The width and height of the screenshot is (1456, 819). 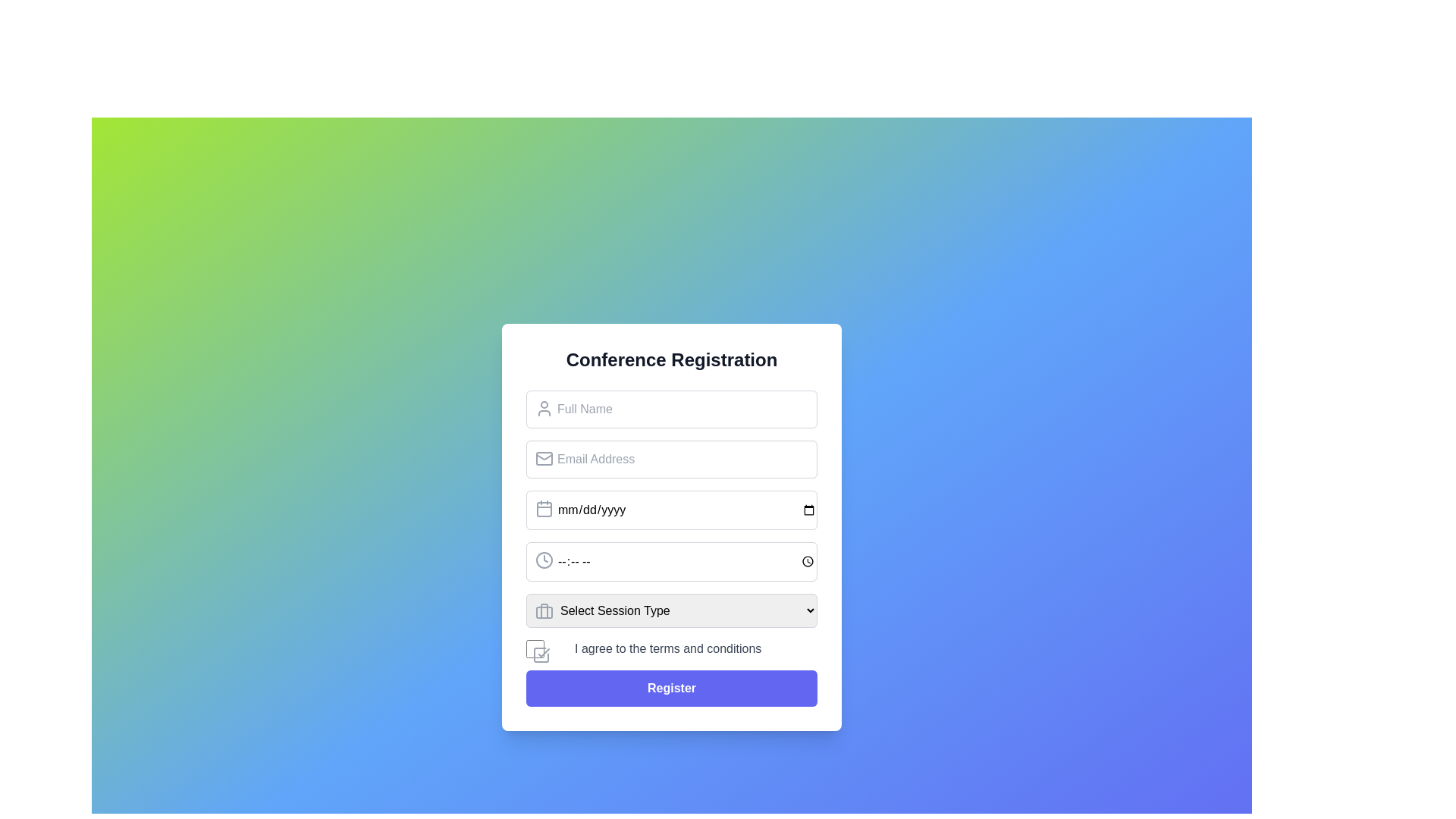 What do you see at coordinates (544, 455) in the screenshot?
I see `the email input type indicator icon located to the left of the email address input box to trigger a visual change` at bounding box center [544, 455].